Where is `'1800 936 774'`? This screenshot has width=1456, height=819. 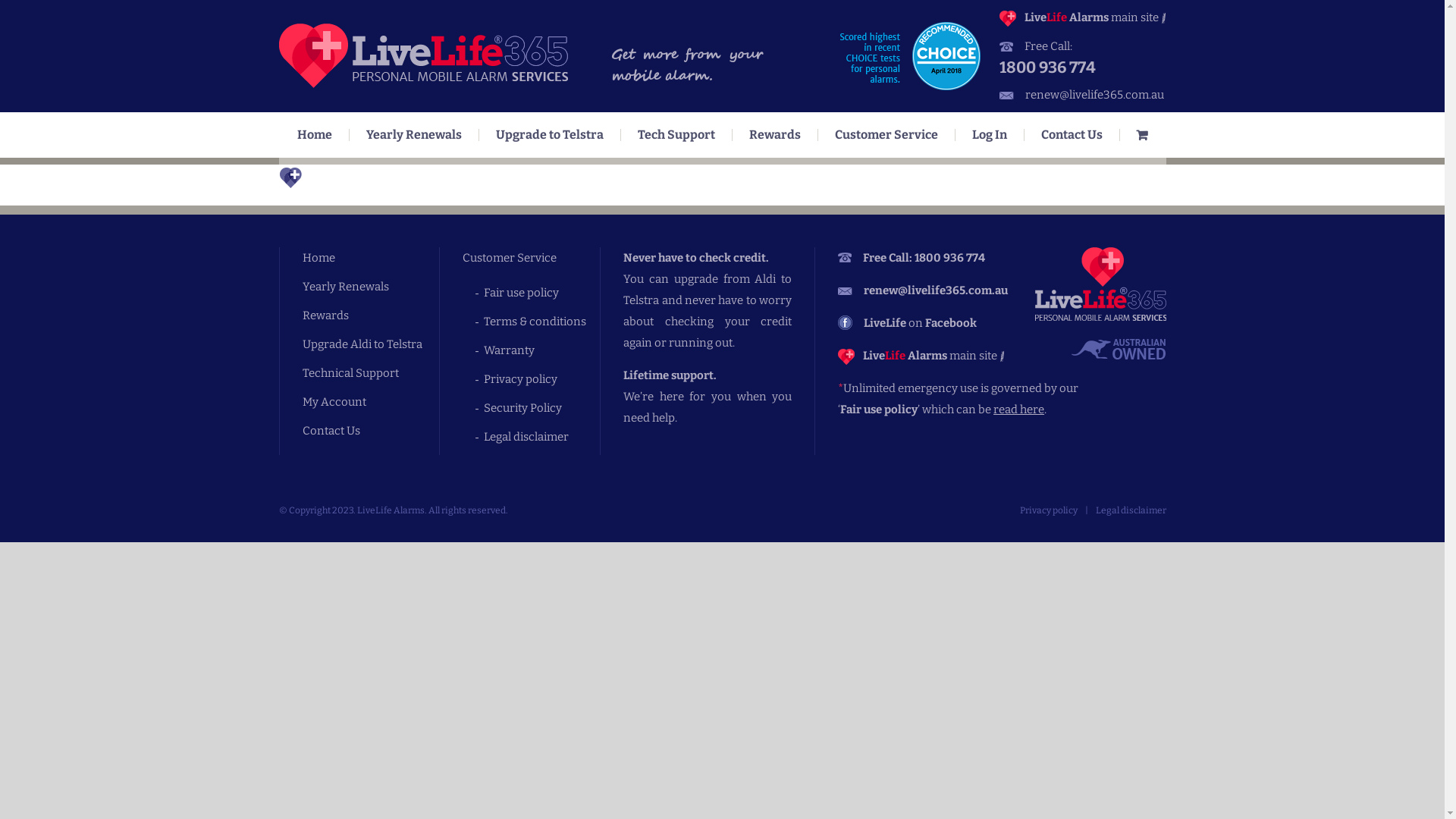 '1800 936 774' is located at coordinates (1081, 66).